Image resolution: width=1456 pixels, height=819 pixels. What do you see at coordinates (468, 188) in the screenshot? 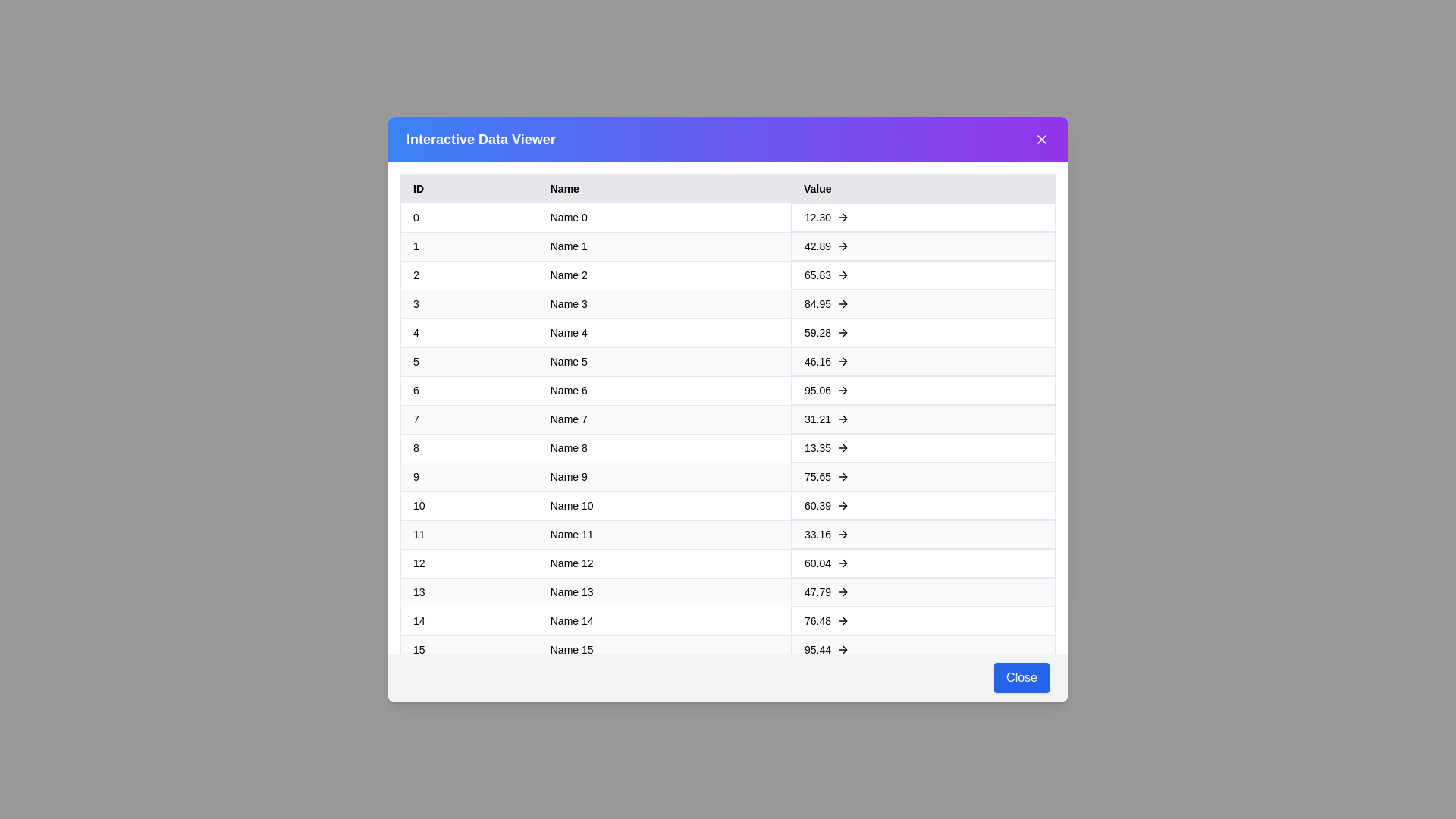
I see `the column header ID to sort the table by that column` at bounding box center [468, 188].